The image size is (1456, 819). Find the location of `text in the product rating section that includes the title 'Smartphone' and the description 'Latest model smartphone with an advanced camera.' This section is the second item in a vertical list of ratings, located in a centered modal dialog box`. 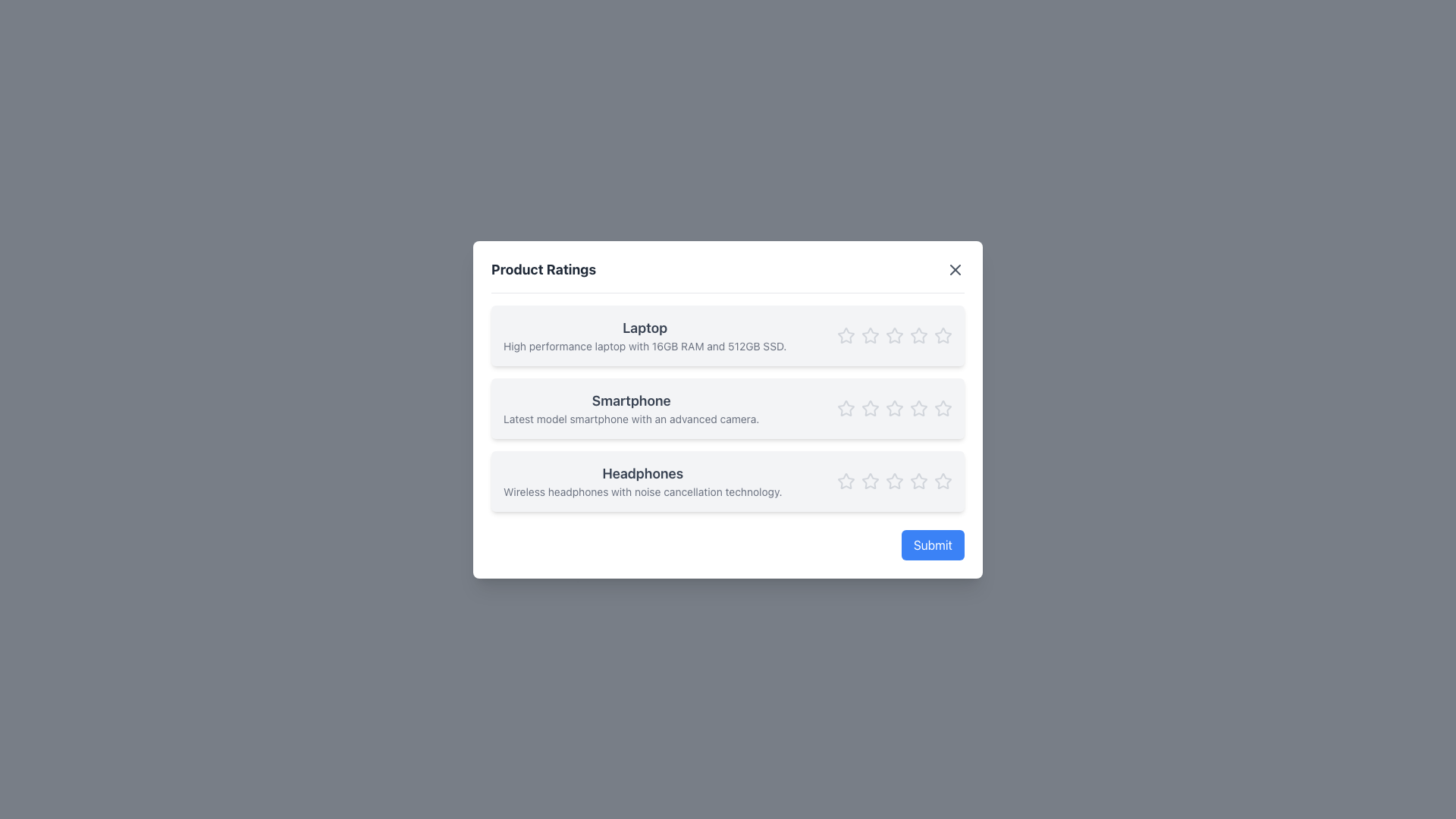

text in the product rating section that includes the title 'Smartphone' and the description 'Latest model smartphone with an advanced camera.' This section is the second item in a vertical list of ratings, located in a centered modal dialog box is located at coordinates (728, 409).